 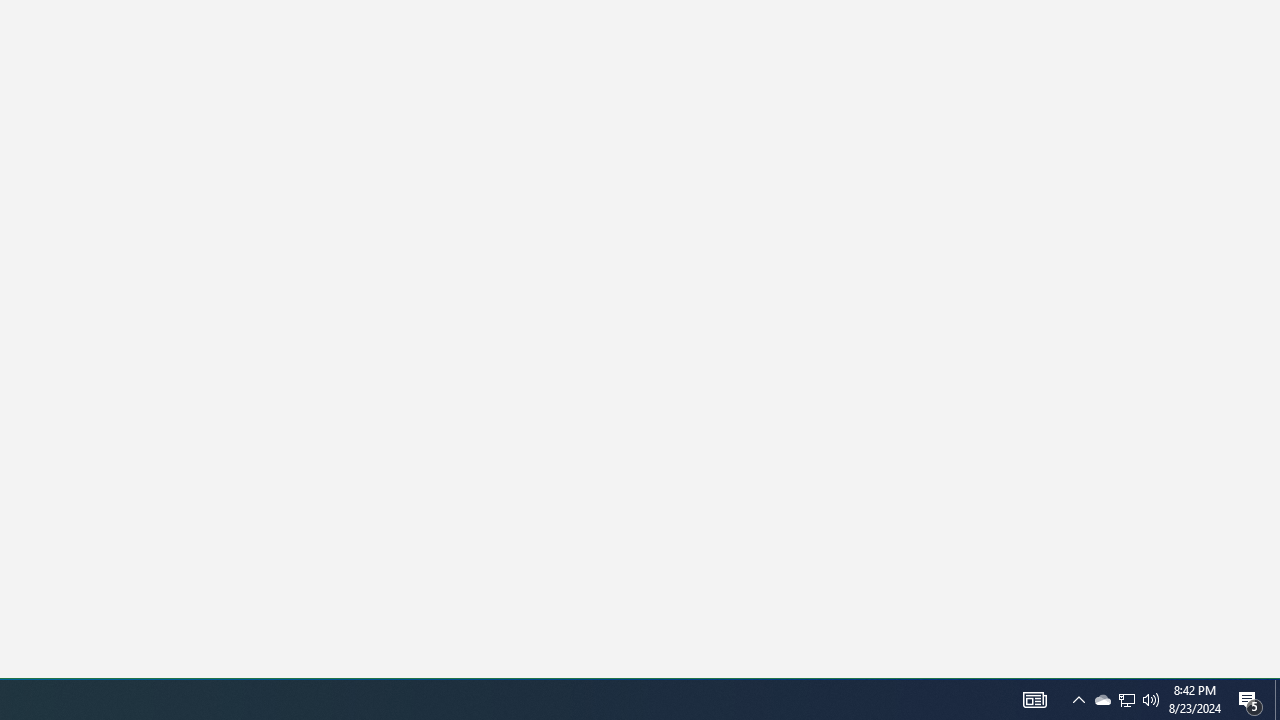 I want to click on 'Action Center, 5 new notifications', so click(x=1250, y=698).